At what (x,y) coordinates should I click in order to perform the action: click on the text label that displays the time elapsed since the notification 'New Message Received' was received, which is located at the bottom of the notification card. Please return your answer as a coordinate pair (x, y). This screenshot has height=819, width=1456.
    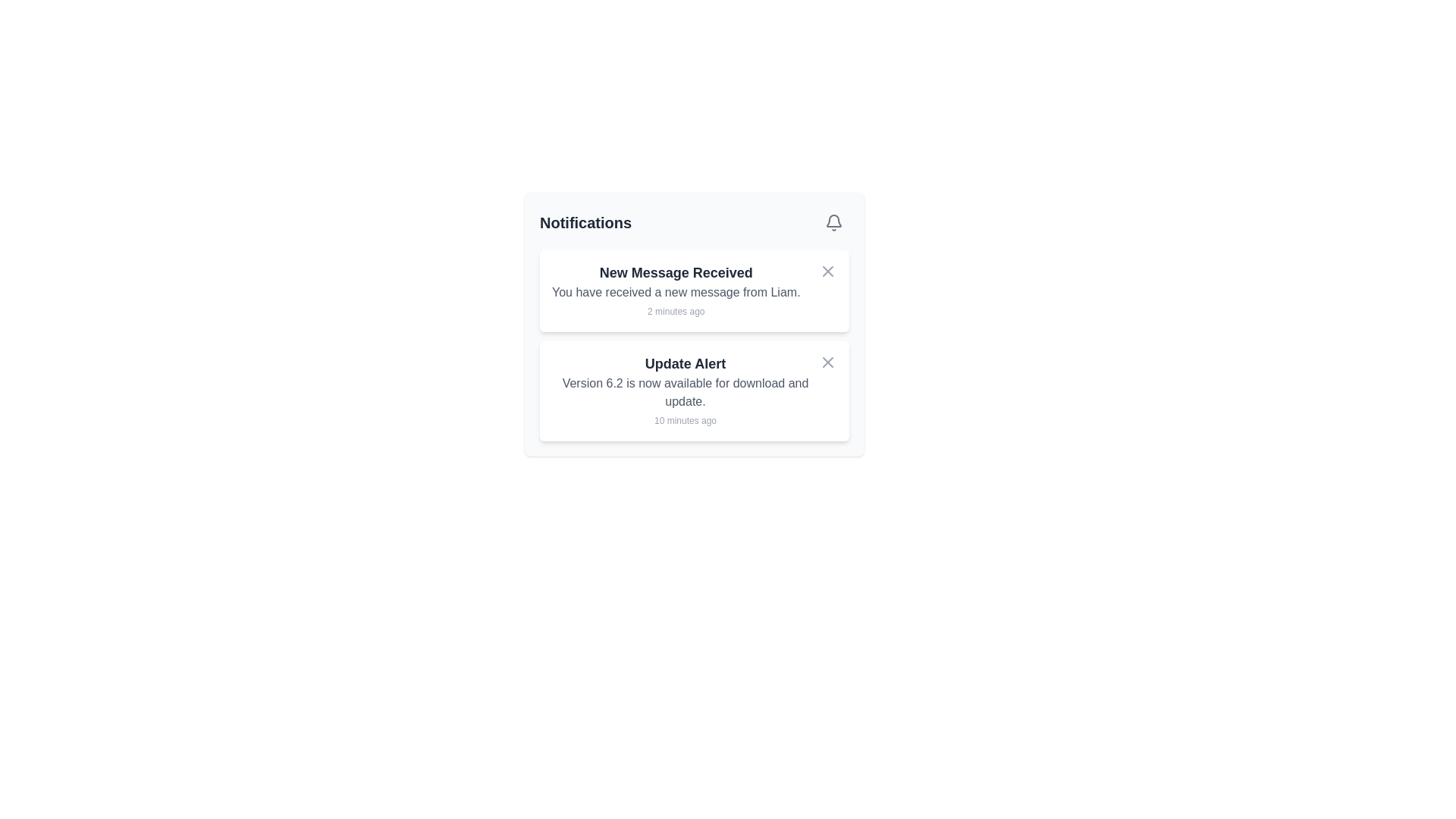
    Looking at the image, I should click on (675, 311).